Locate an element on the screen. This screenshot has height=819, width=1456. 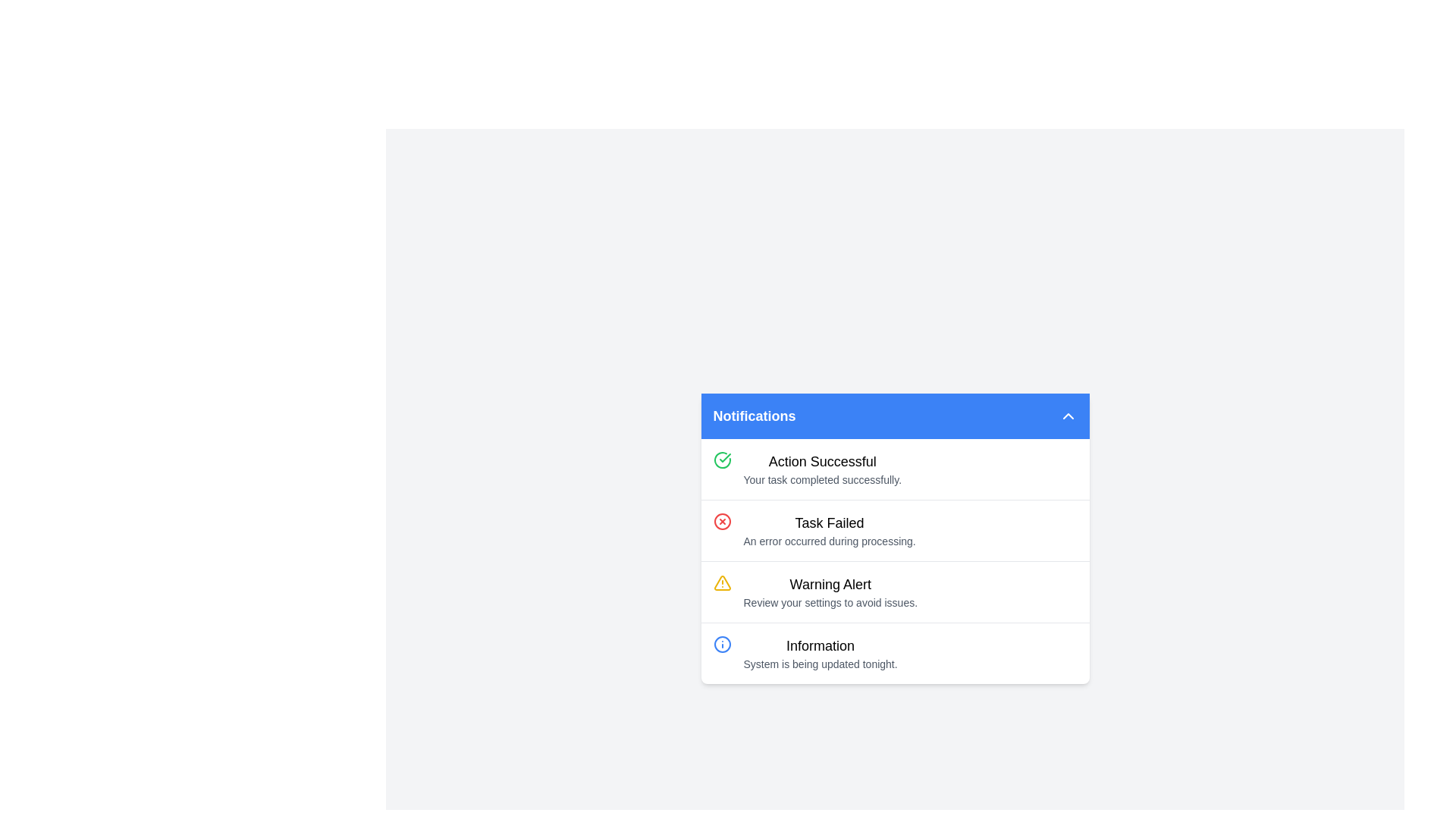
the non-interactive error message text displayed in the notification panel, located below the bold title 'Task Failed' is located at coordinates (829, 540).